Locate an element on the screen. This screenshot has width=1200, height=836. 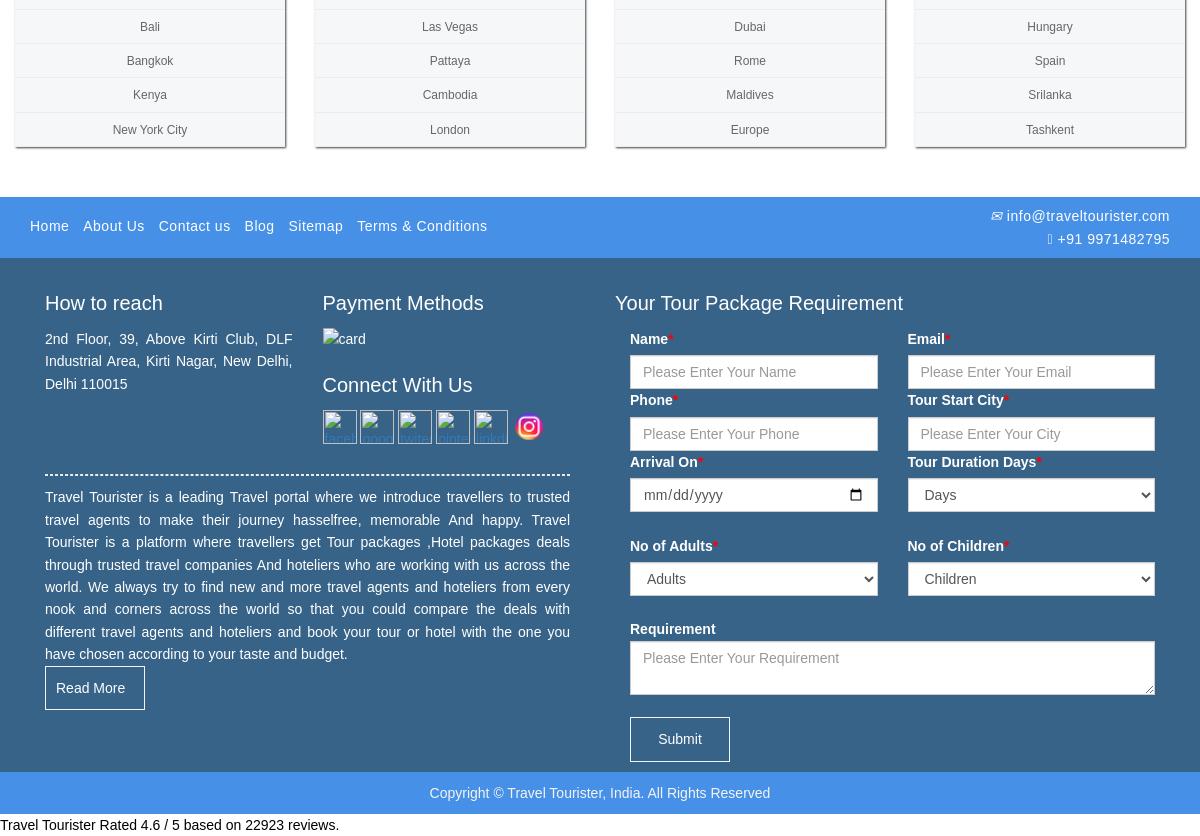
'Contact us' is located at coordinates (157, 225).